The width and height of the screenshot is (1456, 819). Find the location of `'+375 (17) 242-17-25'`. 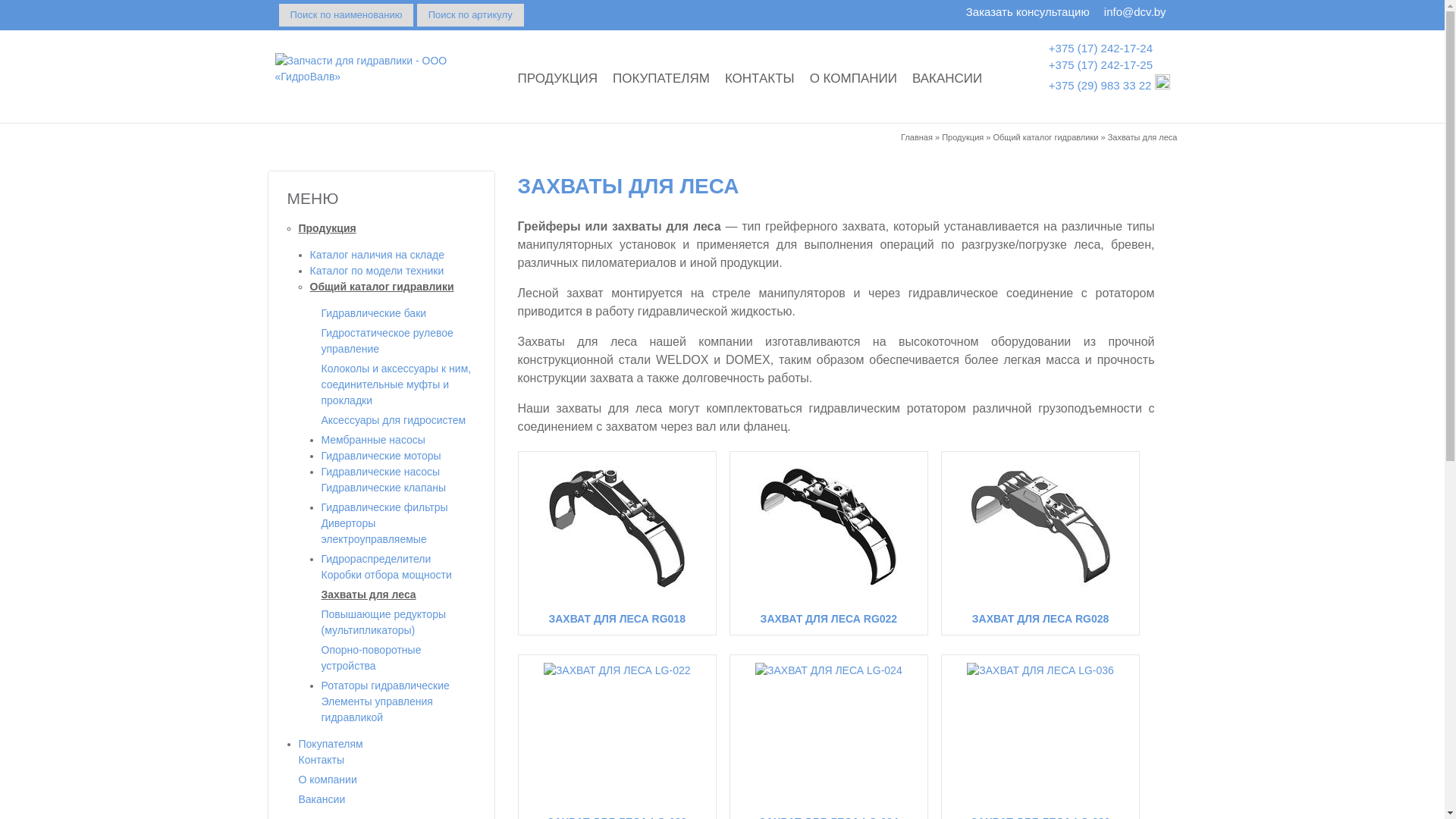

'+375 (17) 242-17-25' is located at coordinates (1100, 64).